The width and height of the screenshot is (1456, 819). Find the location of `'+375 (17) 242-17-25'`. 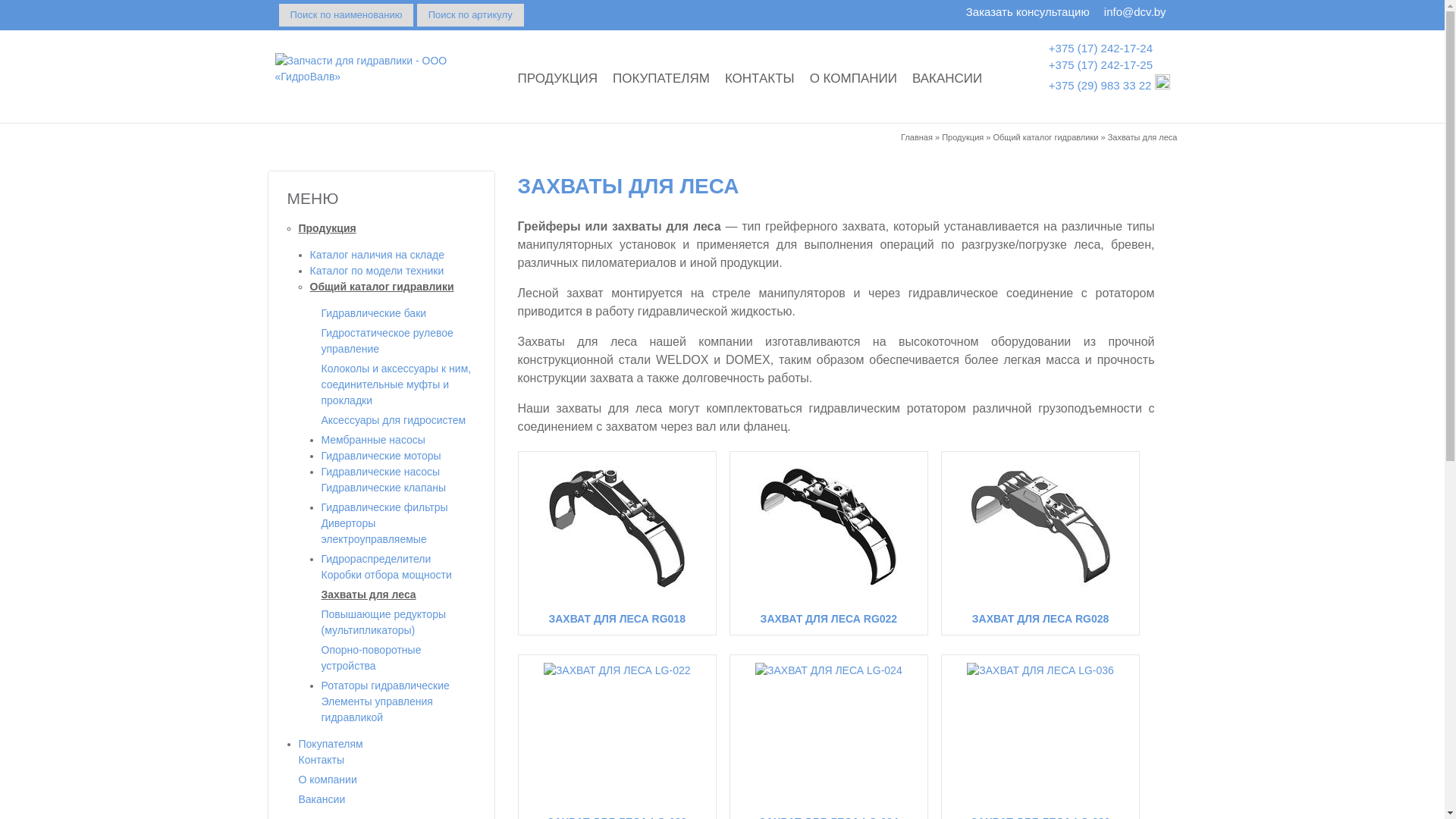

'+375 (17) 242-17-25' is located at coordinates (1100, 64).